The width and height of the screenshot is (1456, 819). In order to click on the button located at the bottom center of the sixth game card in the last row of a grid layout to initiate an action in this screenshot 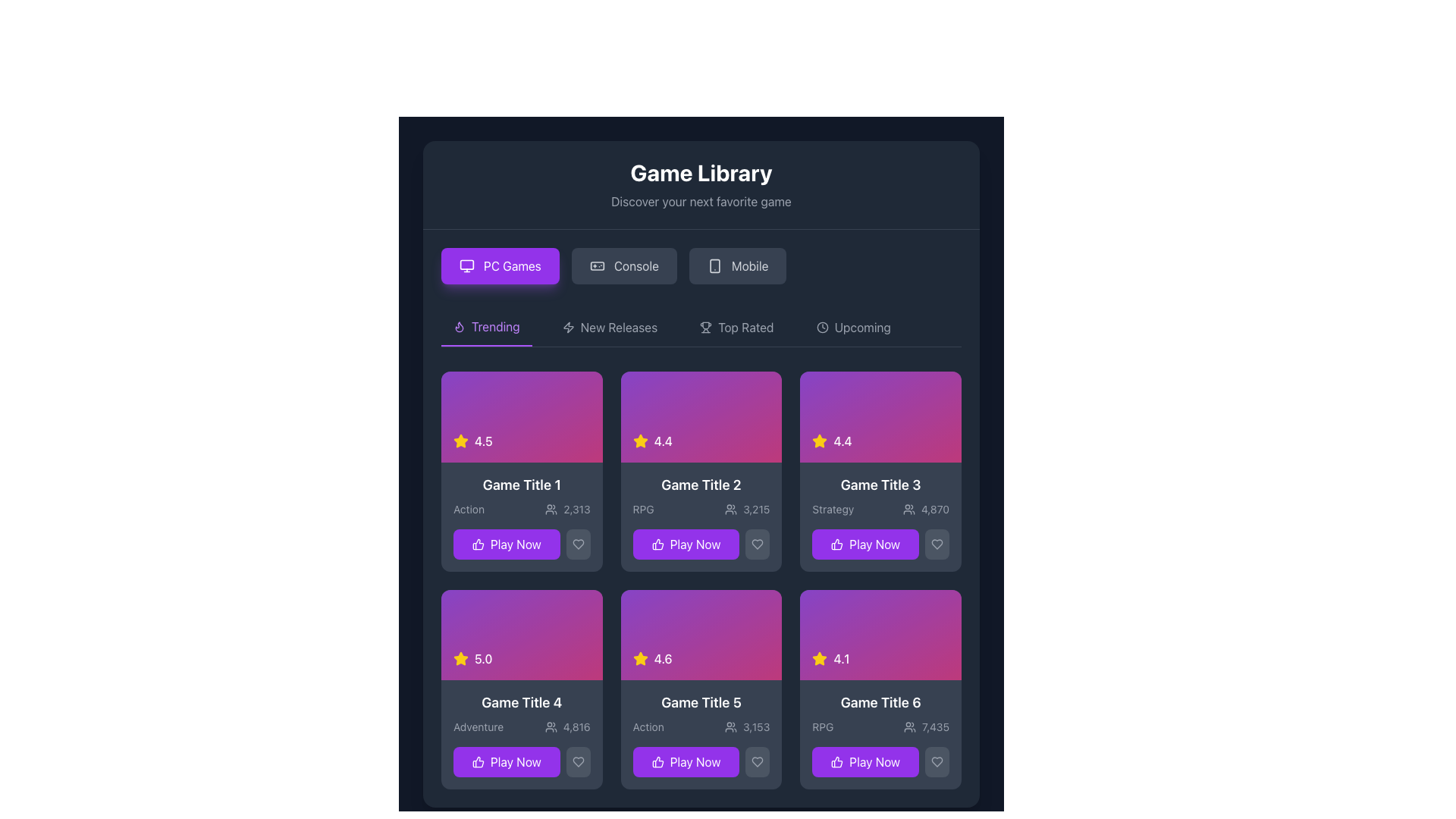, I will do `click(865, 762)`.